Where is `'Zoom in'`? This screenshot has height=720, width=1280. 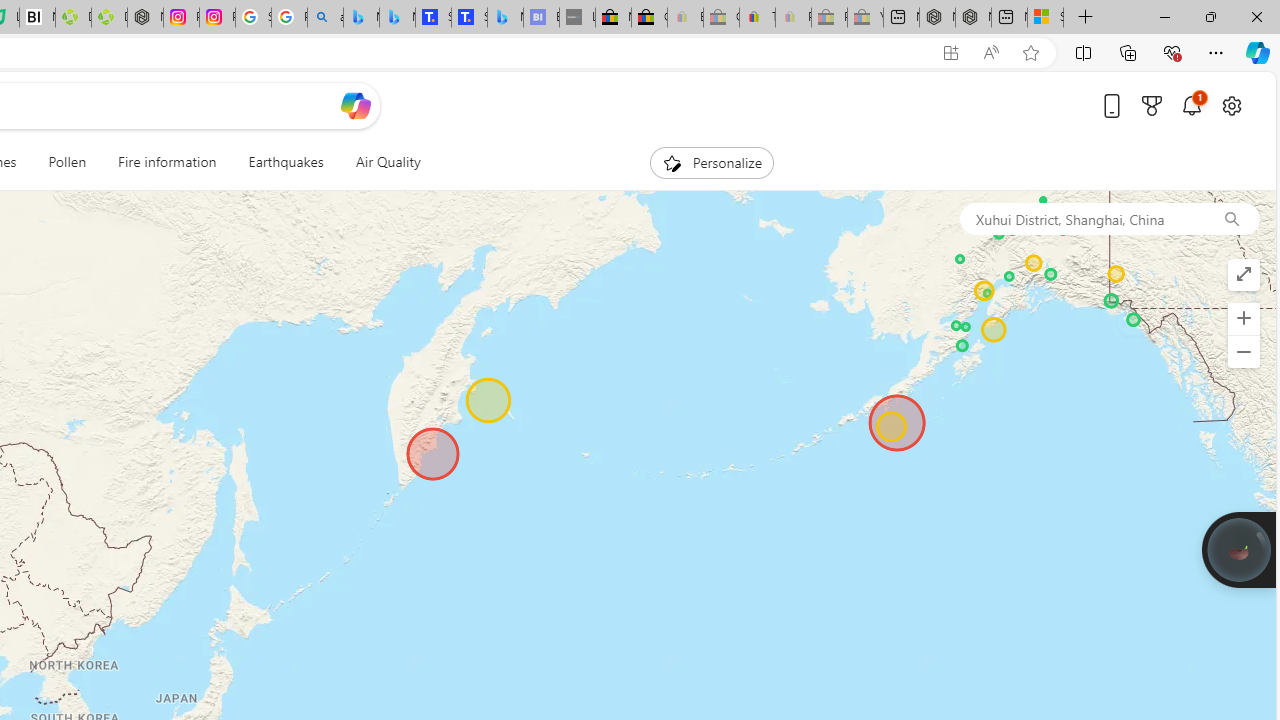
'Zoom in' is located at coordinates (1242, 317).